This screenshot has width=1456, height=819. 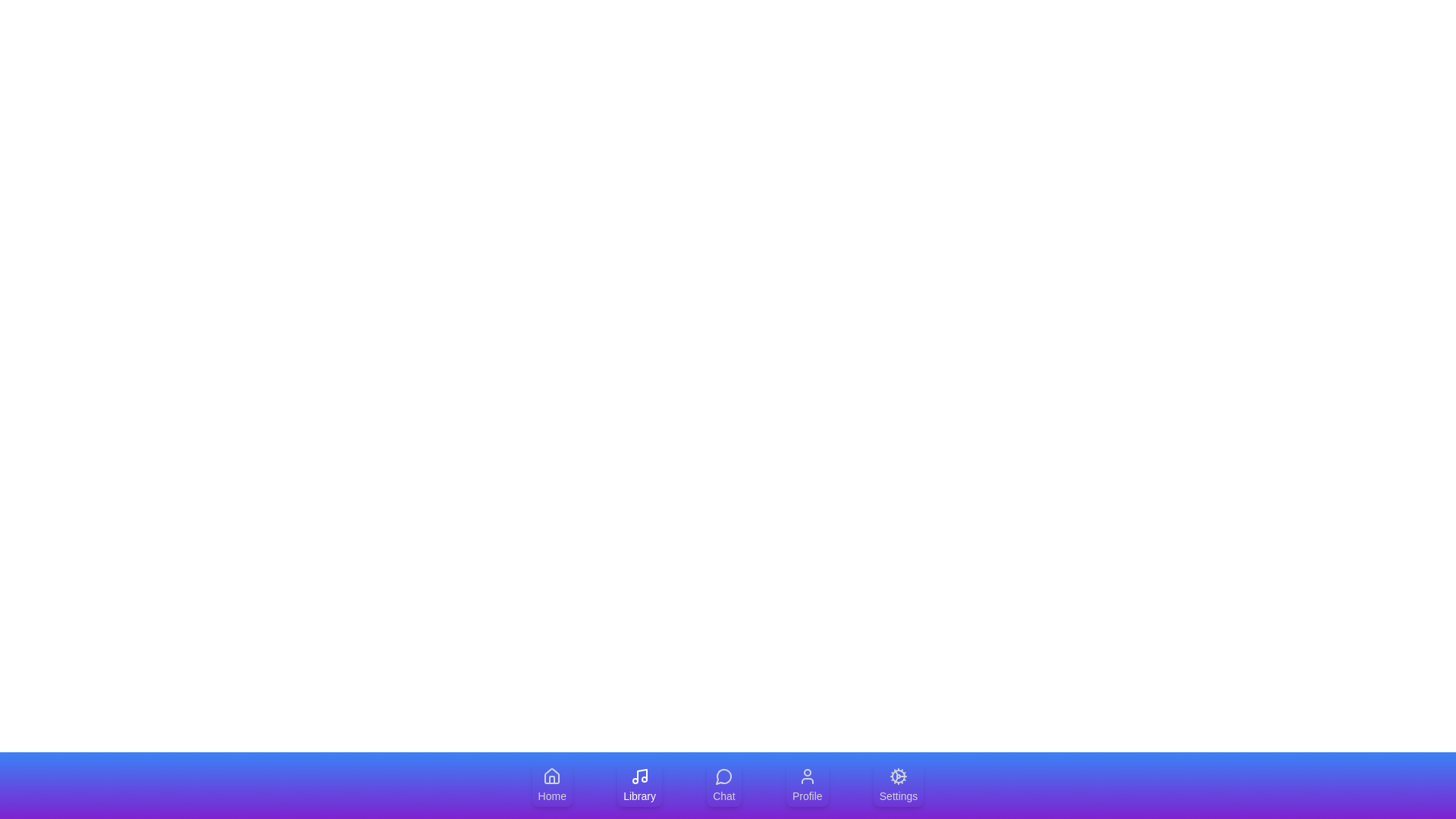 I want to click on the Profile tab to observe the hover effect, so click(x=806, y=785).